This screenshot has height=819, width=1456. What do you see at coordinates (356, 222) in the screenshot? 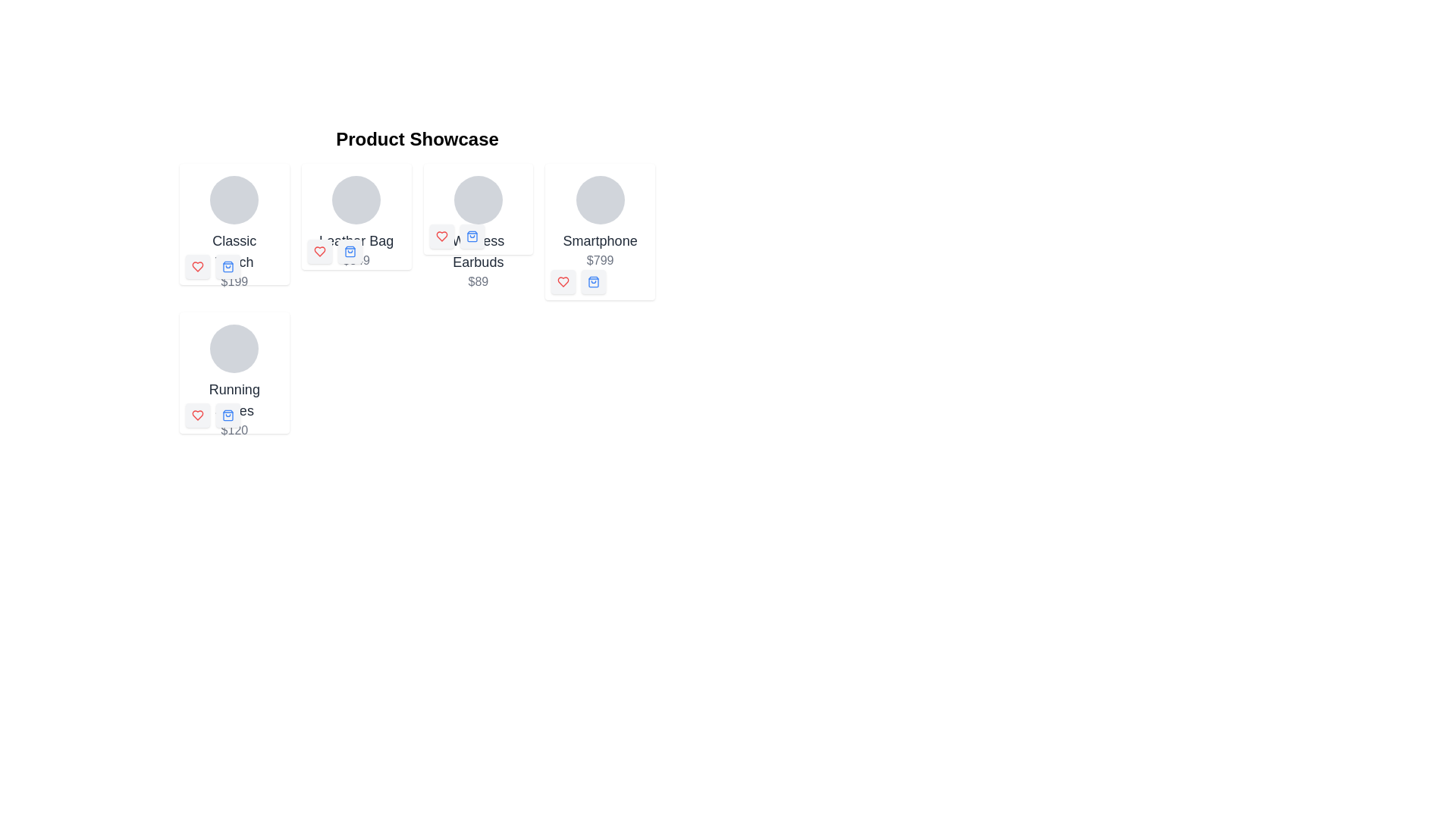
I see `the Product Display Card for 'Leather Bag'` at bounding box center [356, 222].